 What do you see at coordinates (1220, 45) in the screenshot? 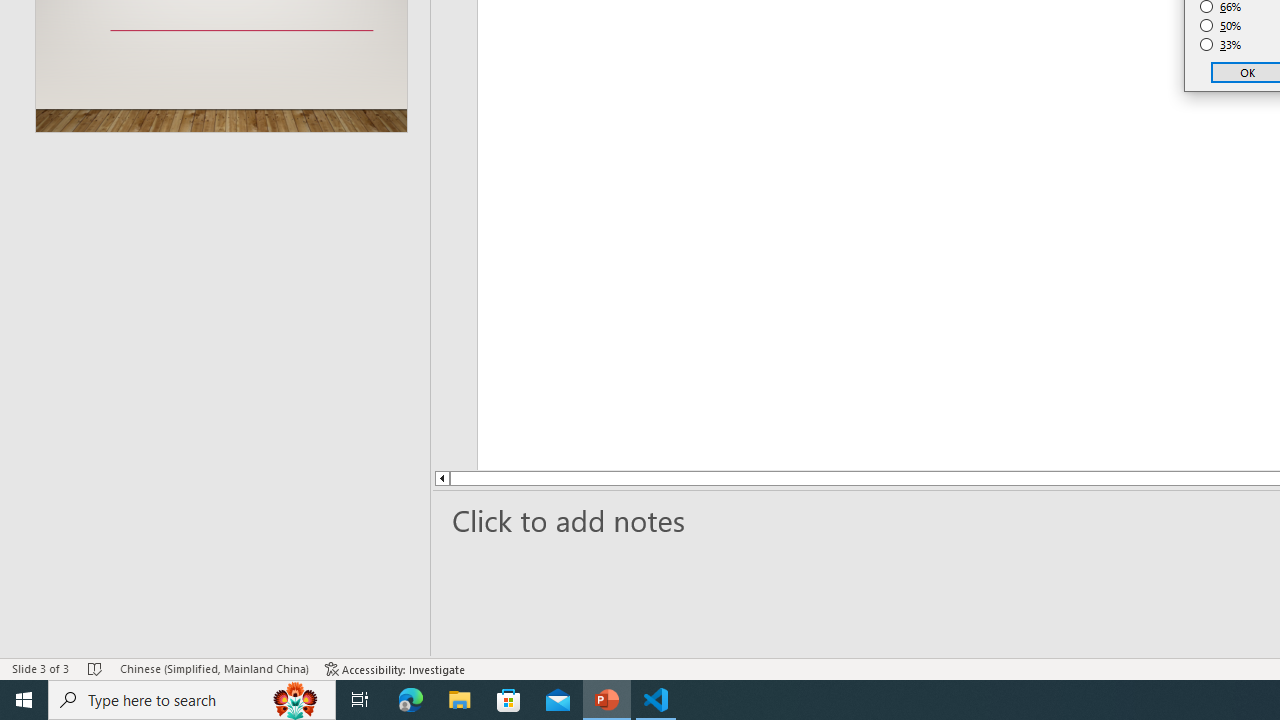
I see `'33%'` at bounding box center [1220, 45].